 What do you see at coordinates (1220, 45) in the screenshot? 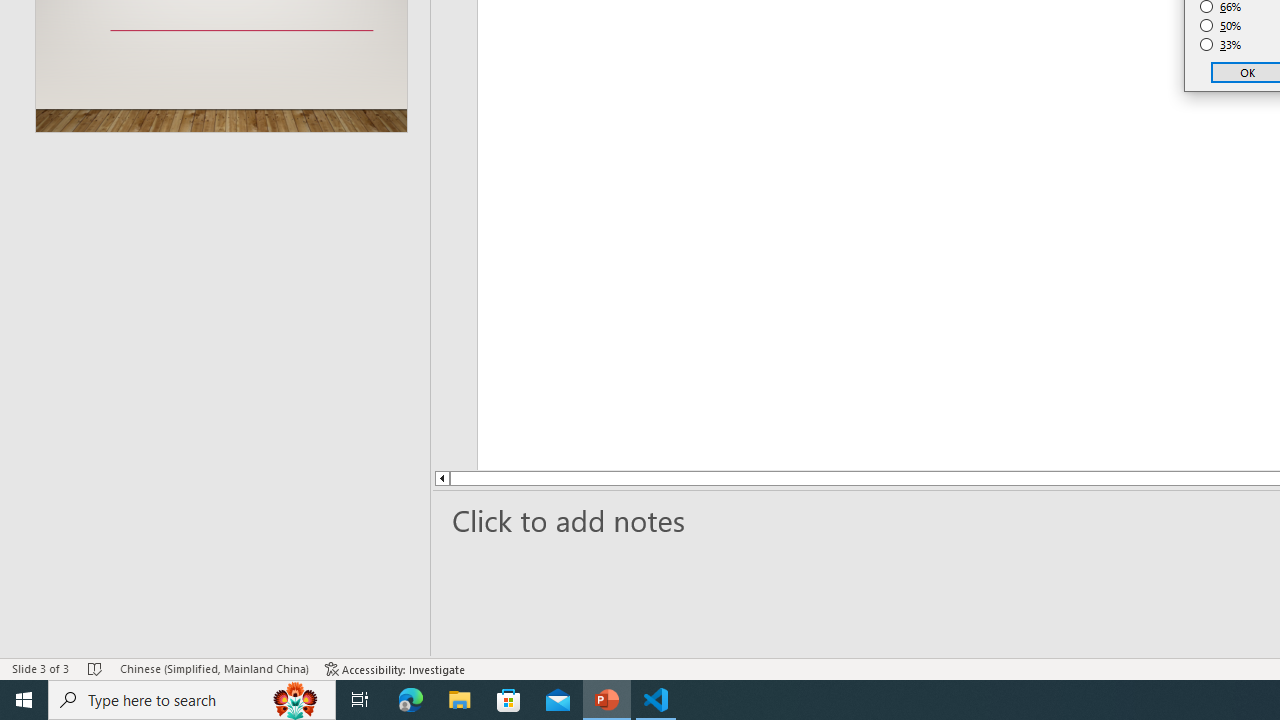
I see `'33%'` at bounding box center [1220, 45].